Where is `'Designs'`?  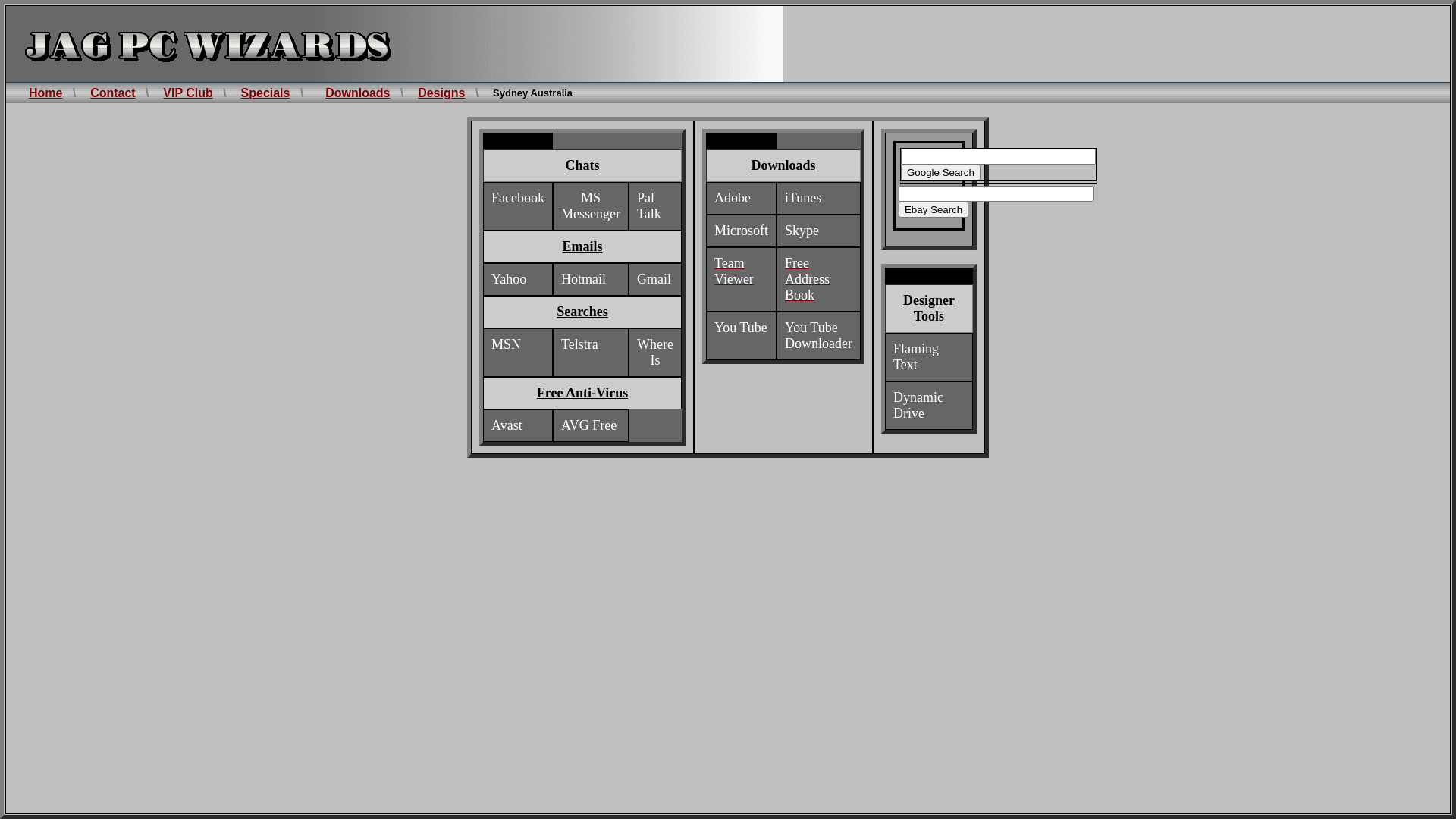 'Designs' is located at coordinates (440, 93).